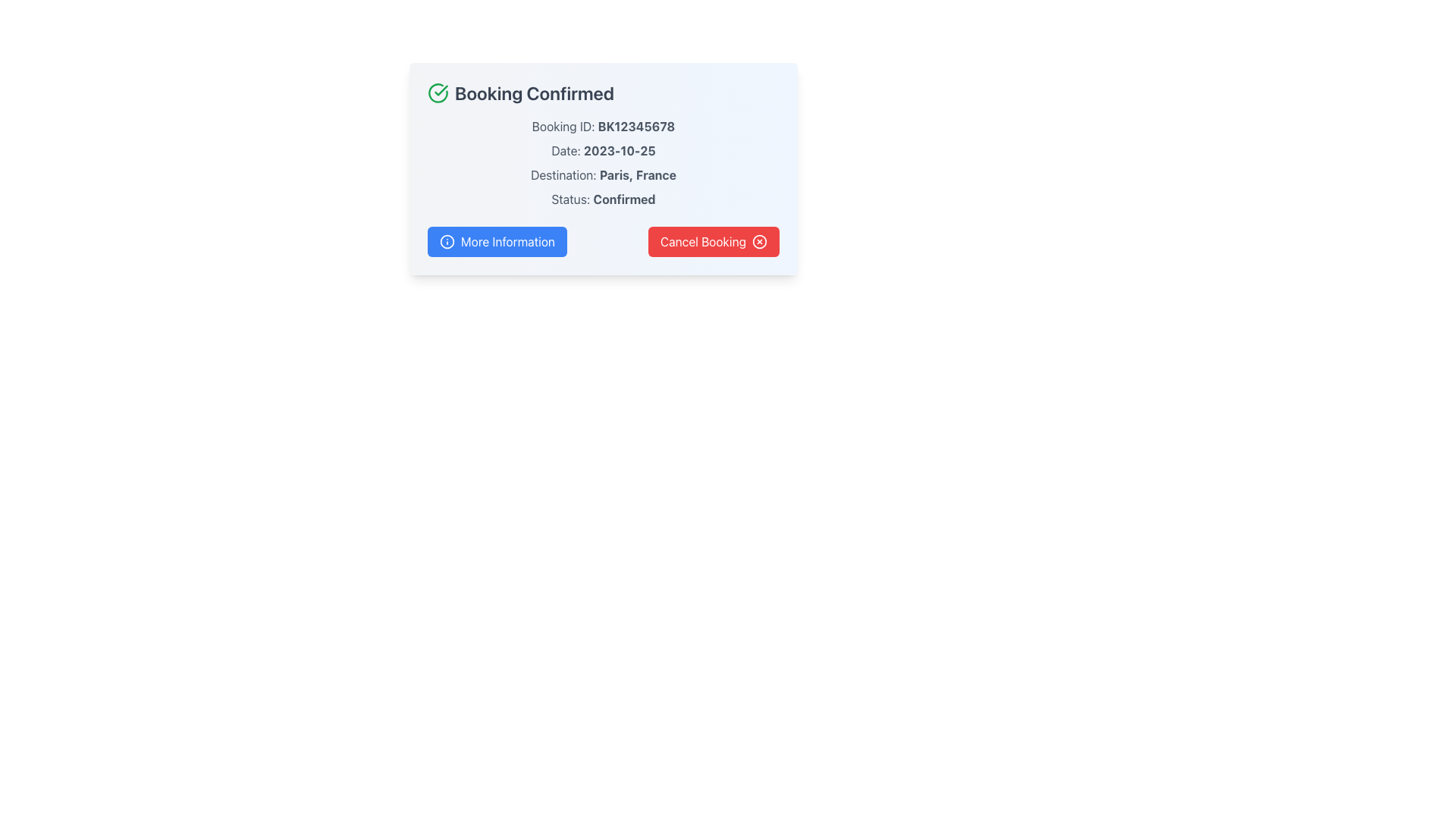 The width and height of the screenshot is (1456, 819). What do you see at coordinates (638, 174) in the screenshot?
I see `the text label displaying 'Paris, France' which is styled in dark gray within a modal dialogue, positioned between 'Date: 2023-10-25' and 'Status: Confirmed'` at bounding box center [638, 174].